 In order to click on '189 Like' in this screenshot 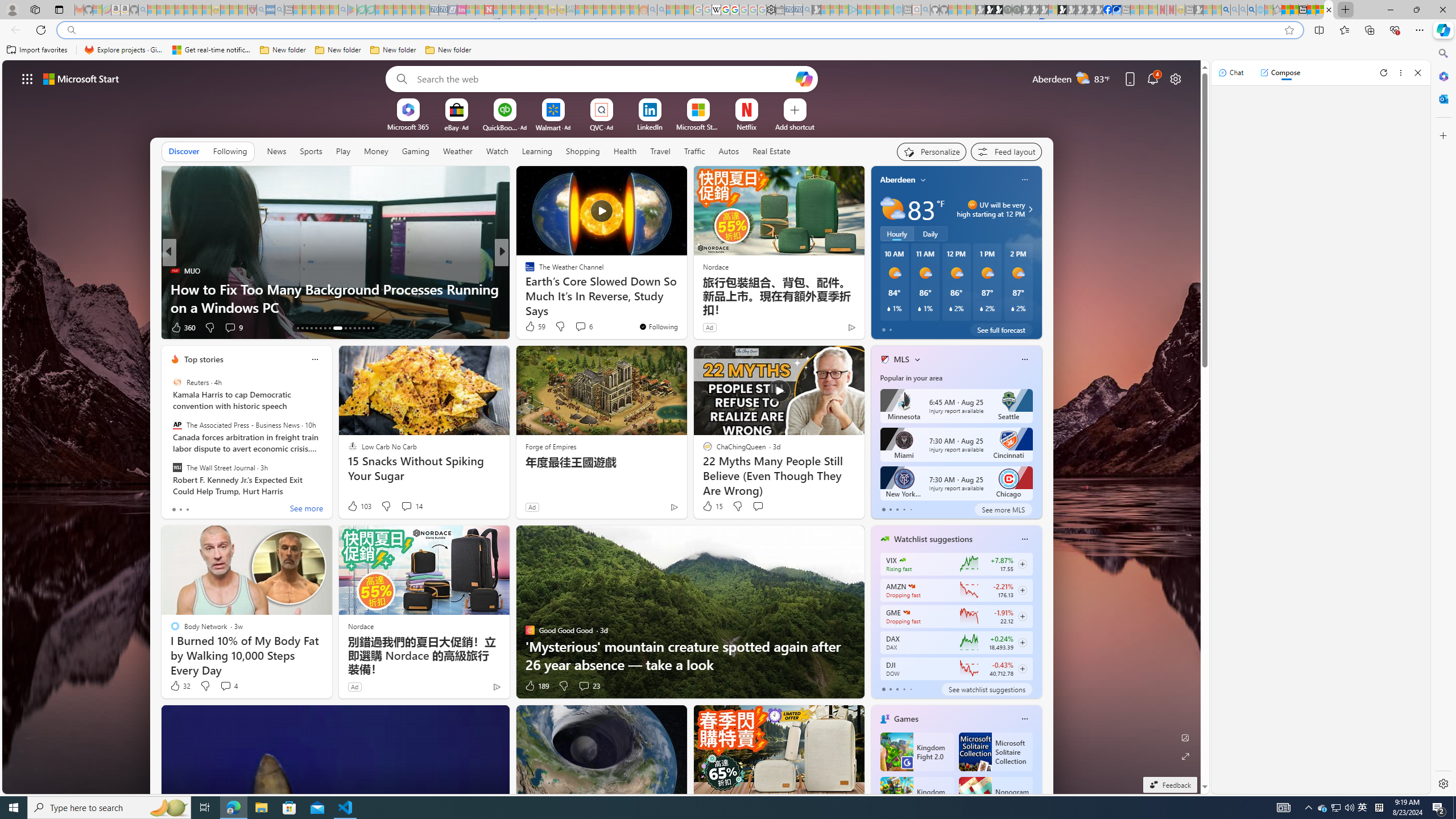, I will do `click(536, 686)`.